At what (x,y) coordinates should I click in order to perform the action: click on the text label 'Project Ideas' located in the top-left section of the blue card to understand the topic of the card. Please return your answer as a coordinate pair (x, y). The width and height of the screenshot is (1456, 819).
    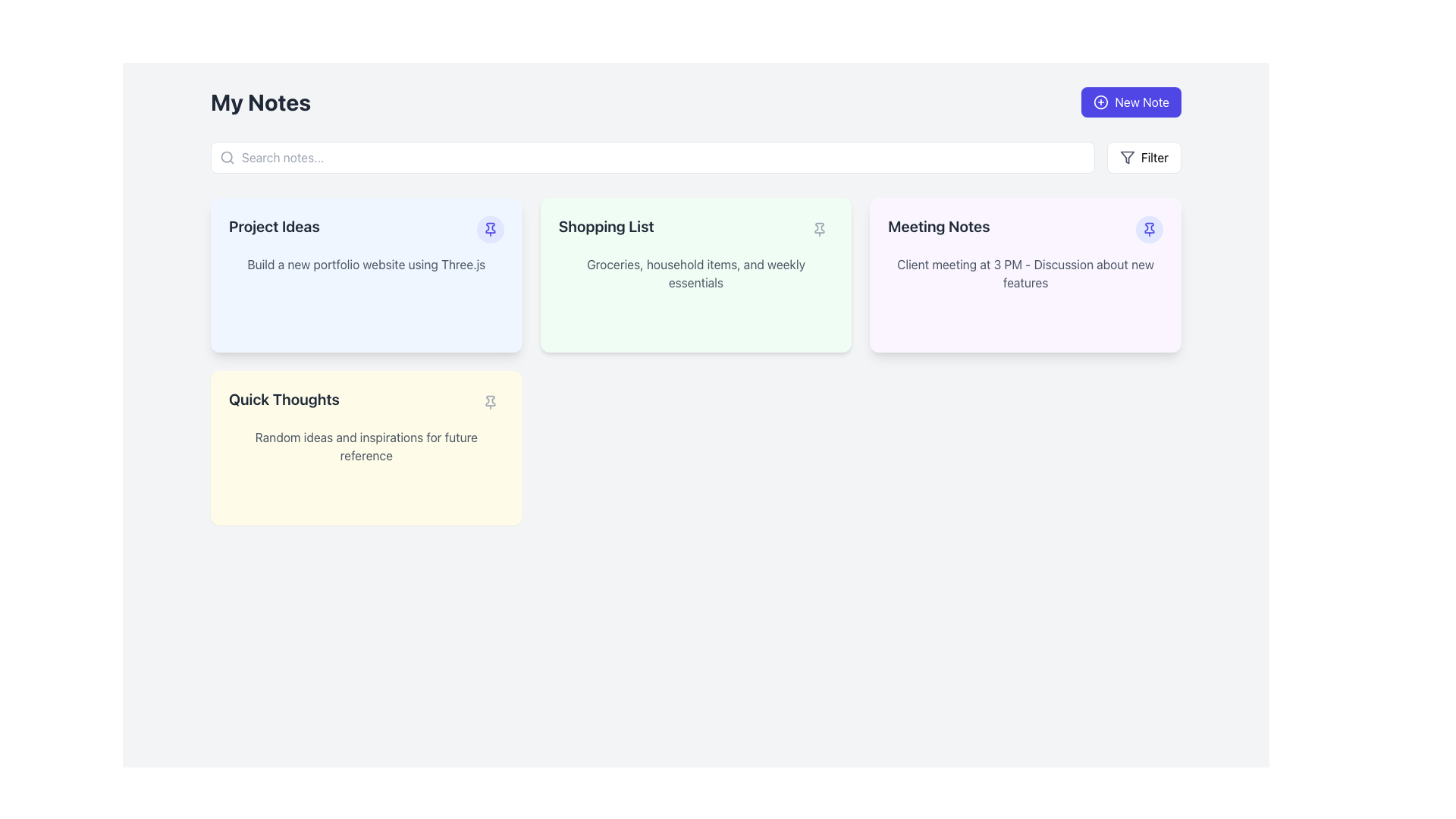
    Looking at the image, I should click on (274, 227).